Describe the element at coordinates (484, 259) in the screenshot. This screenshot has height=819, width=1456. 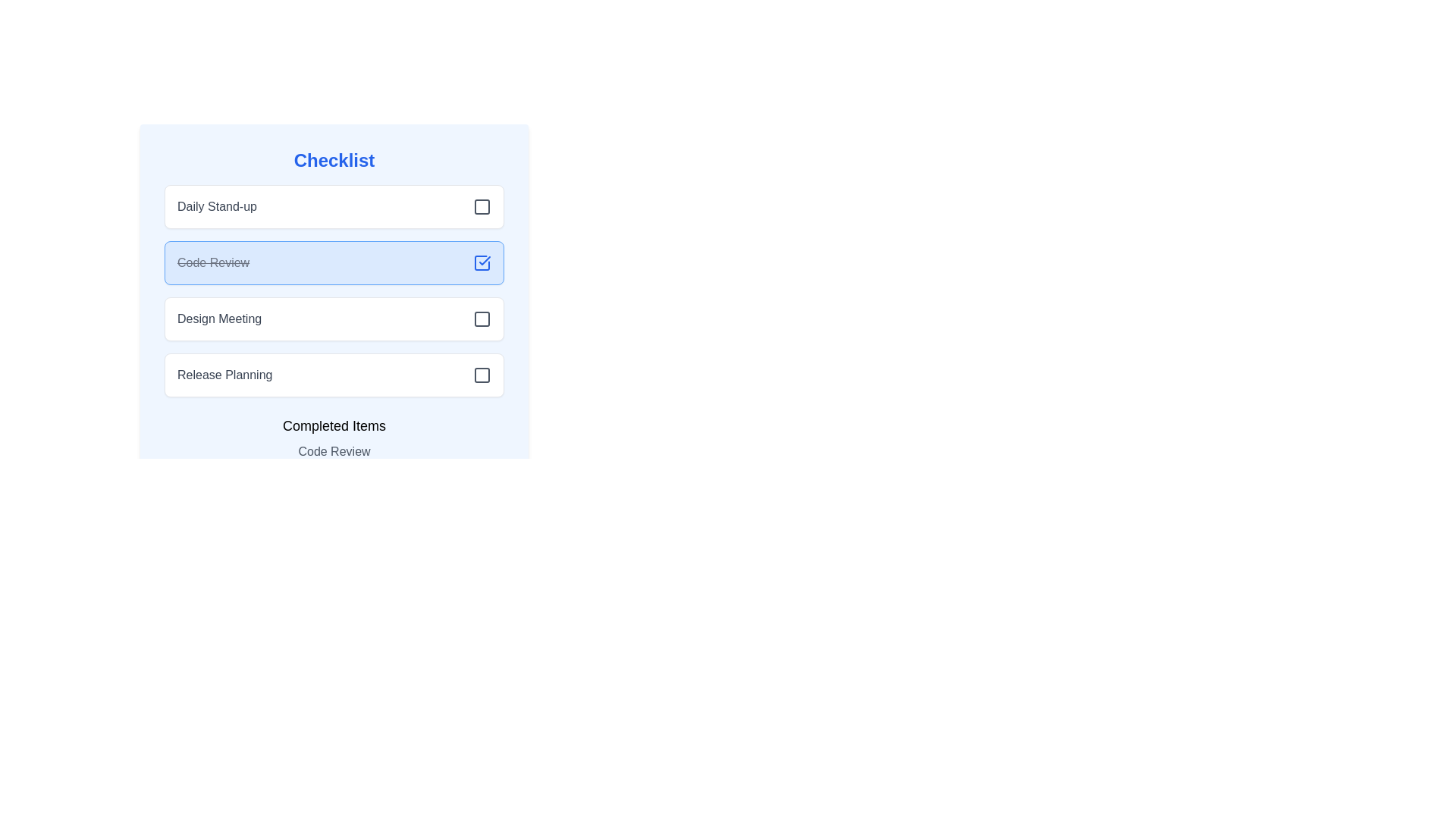
I see `the blue checkmark icon within the 'Code Review' checklist item, located at the rightmost position of the entry` at that location.